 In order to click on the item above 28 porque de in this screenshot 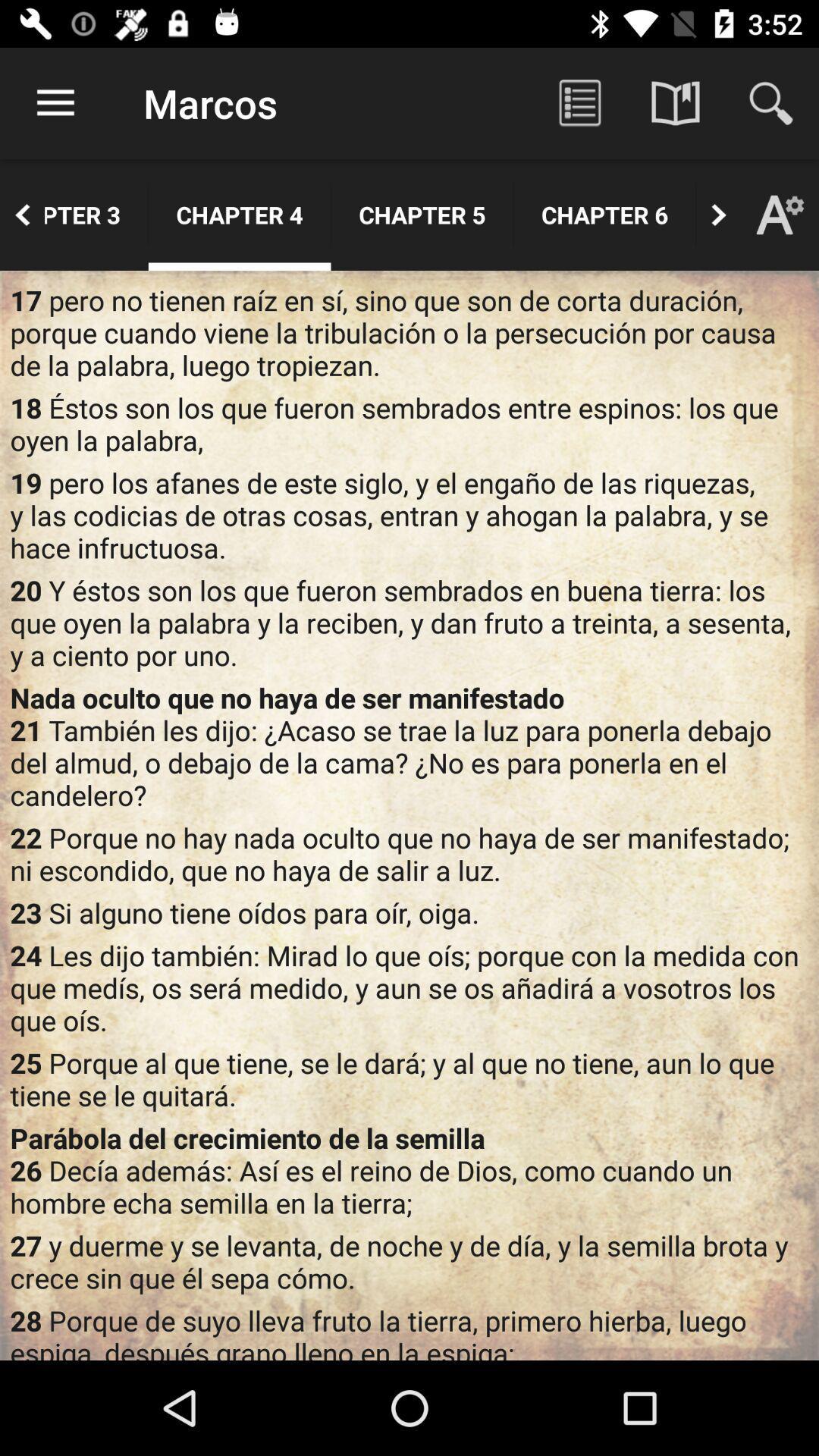, I will do `click(409, 1261)`.